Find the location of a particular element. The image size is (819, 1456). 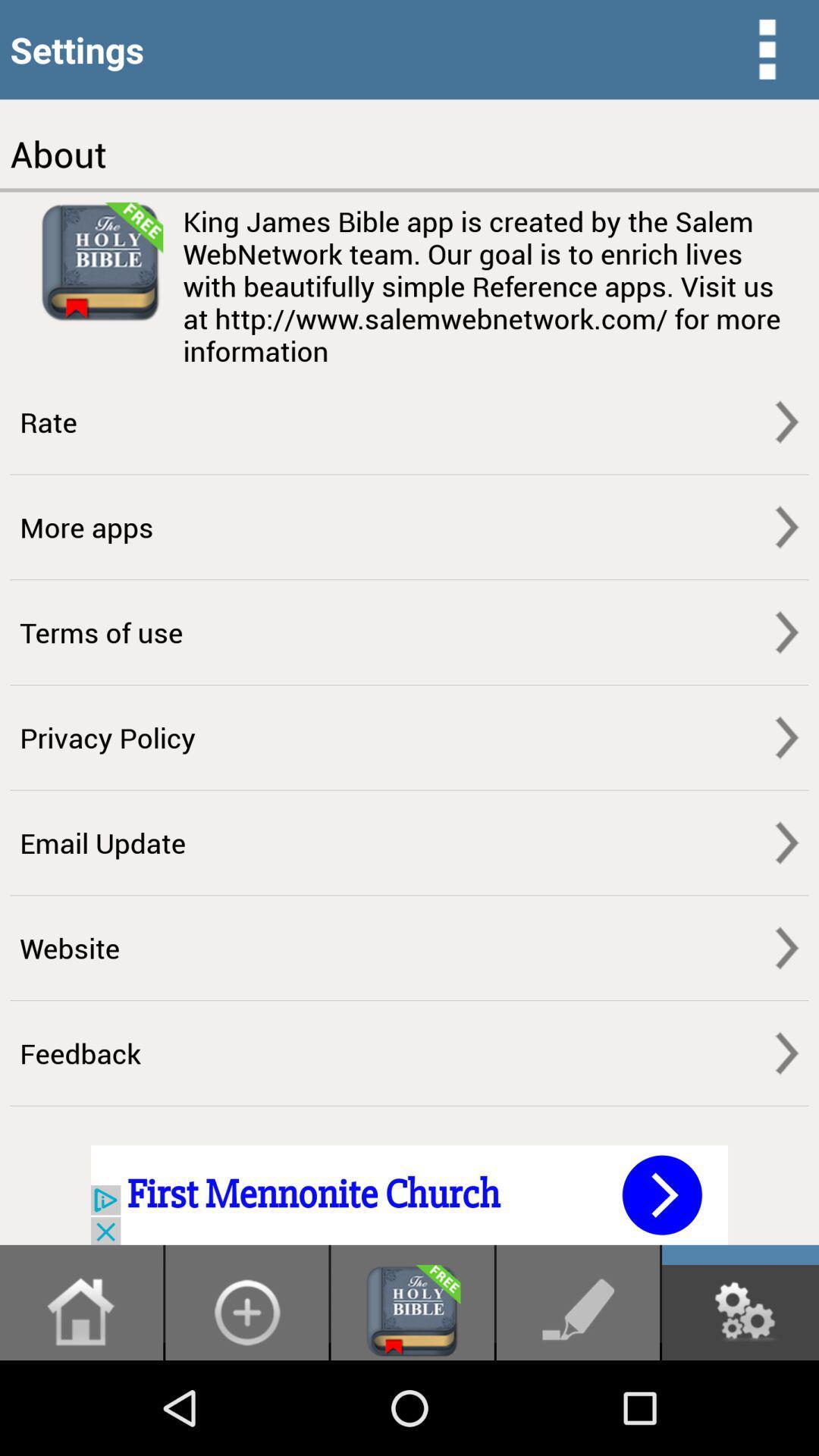

the settings icon is located at coordinates (739, 1404).